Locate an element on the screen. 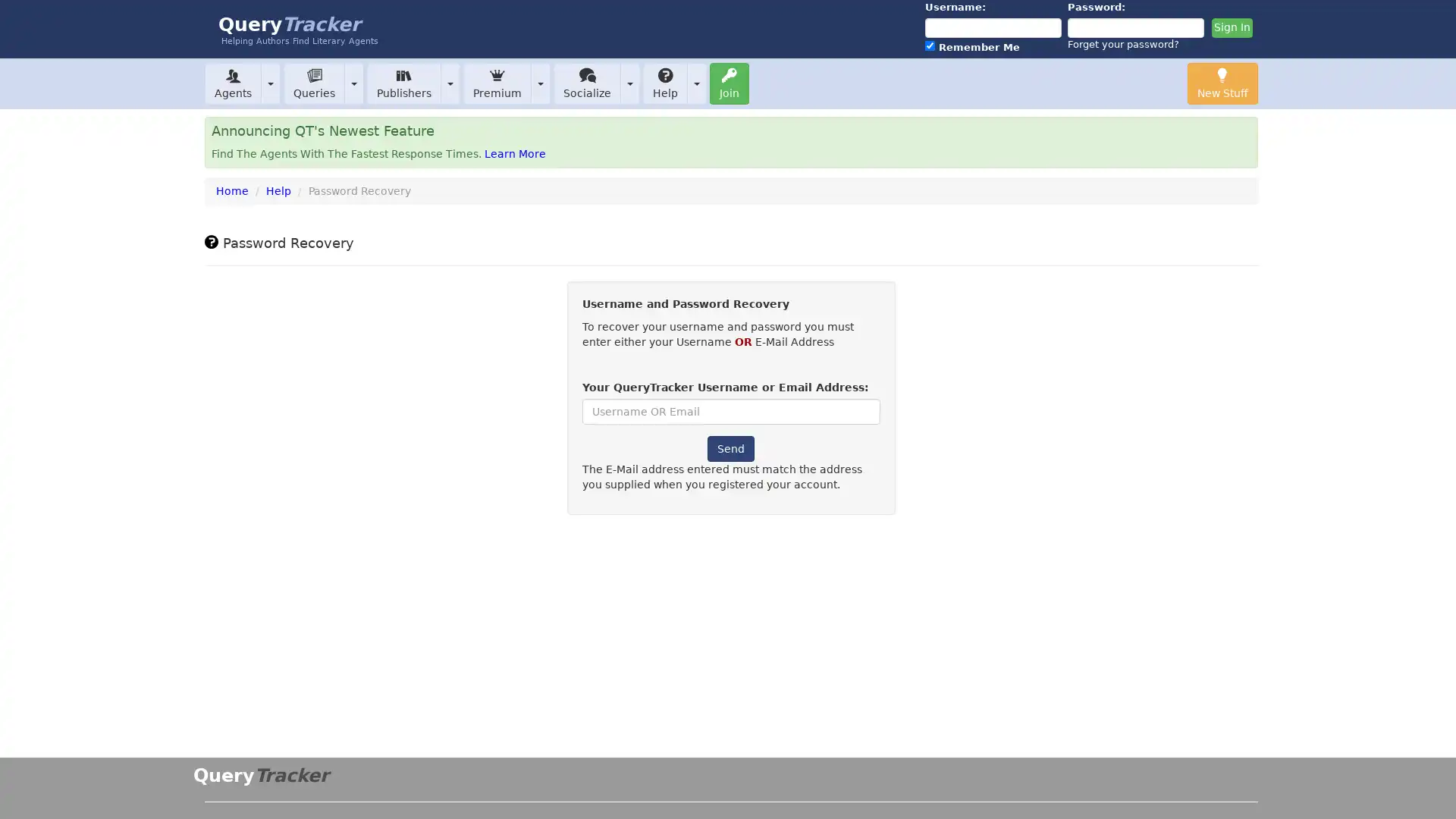  Send is located at coordinates (731, 447).